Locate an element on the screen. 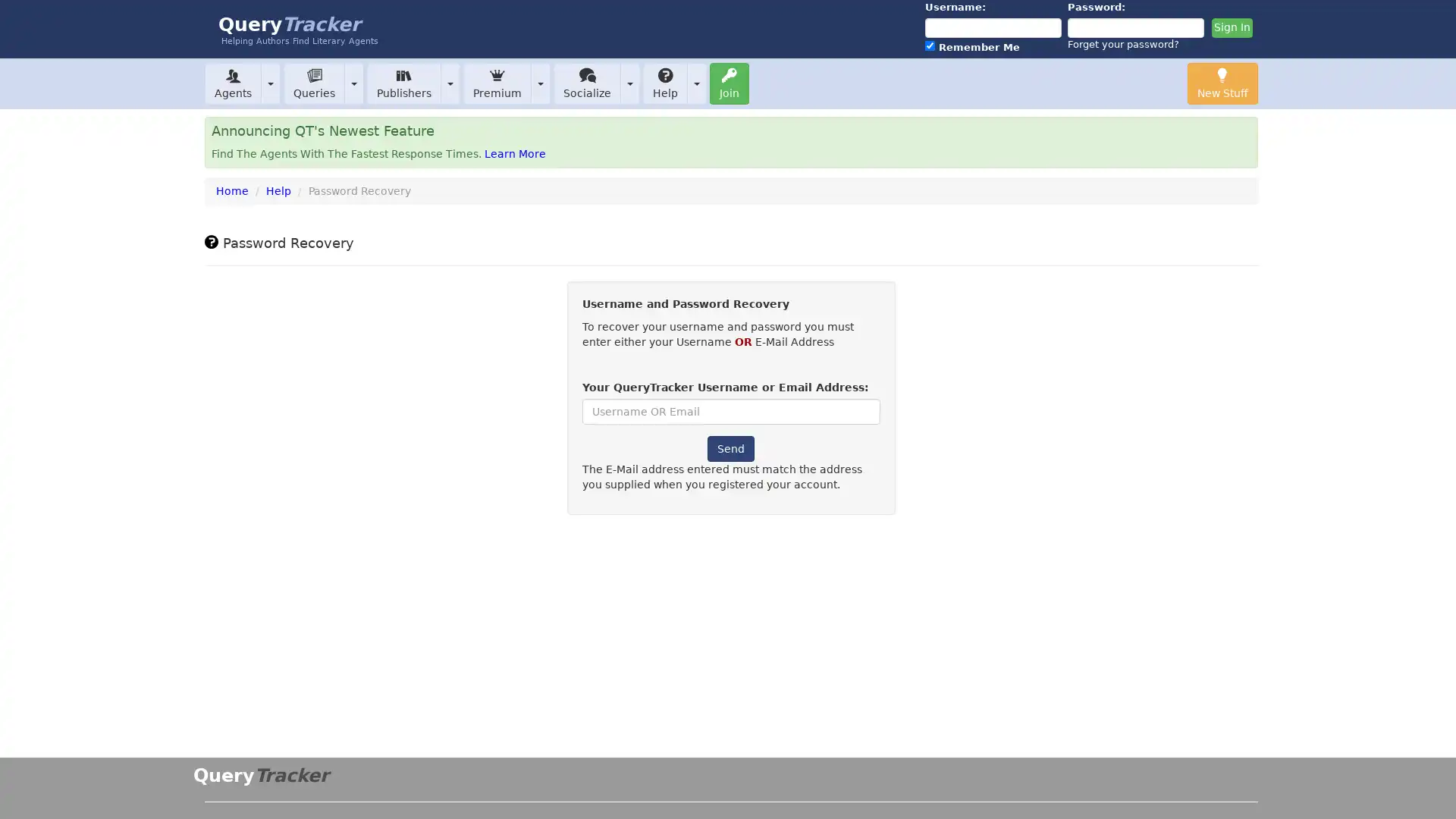  Send is located at coordinates (731, 447).